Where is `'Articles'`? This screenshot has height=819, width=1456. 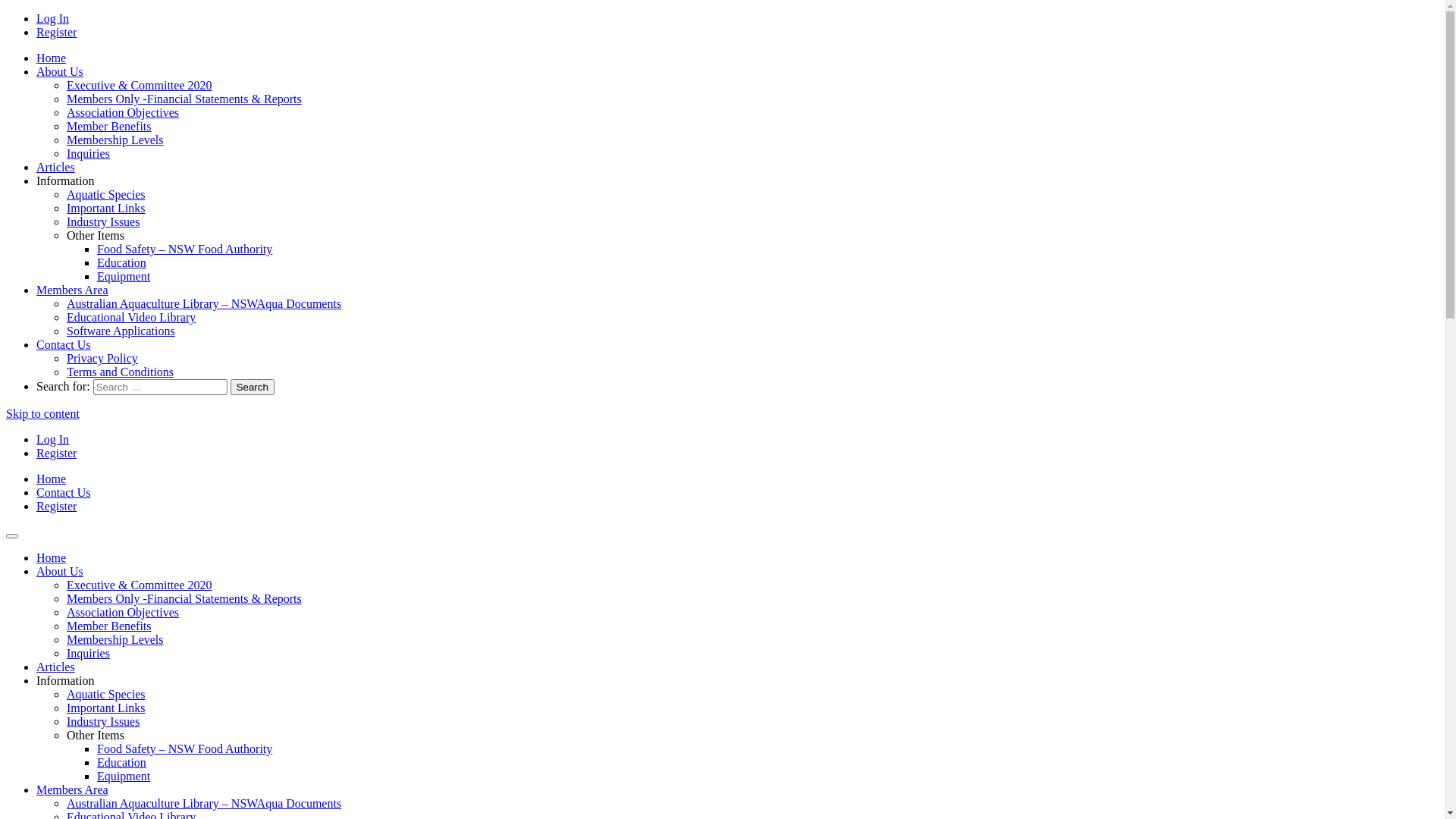
'Articles' is located at coordinates (55, 167).